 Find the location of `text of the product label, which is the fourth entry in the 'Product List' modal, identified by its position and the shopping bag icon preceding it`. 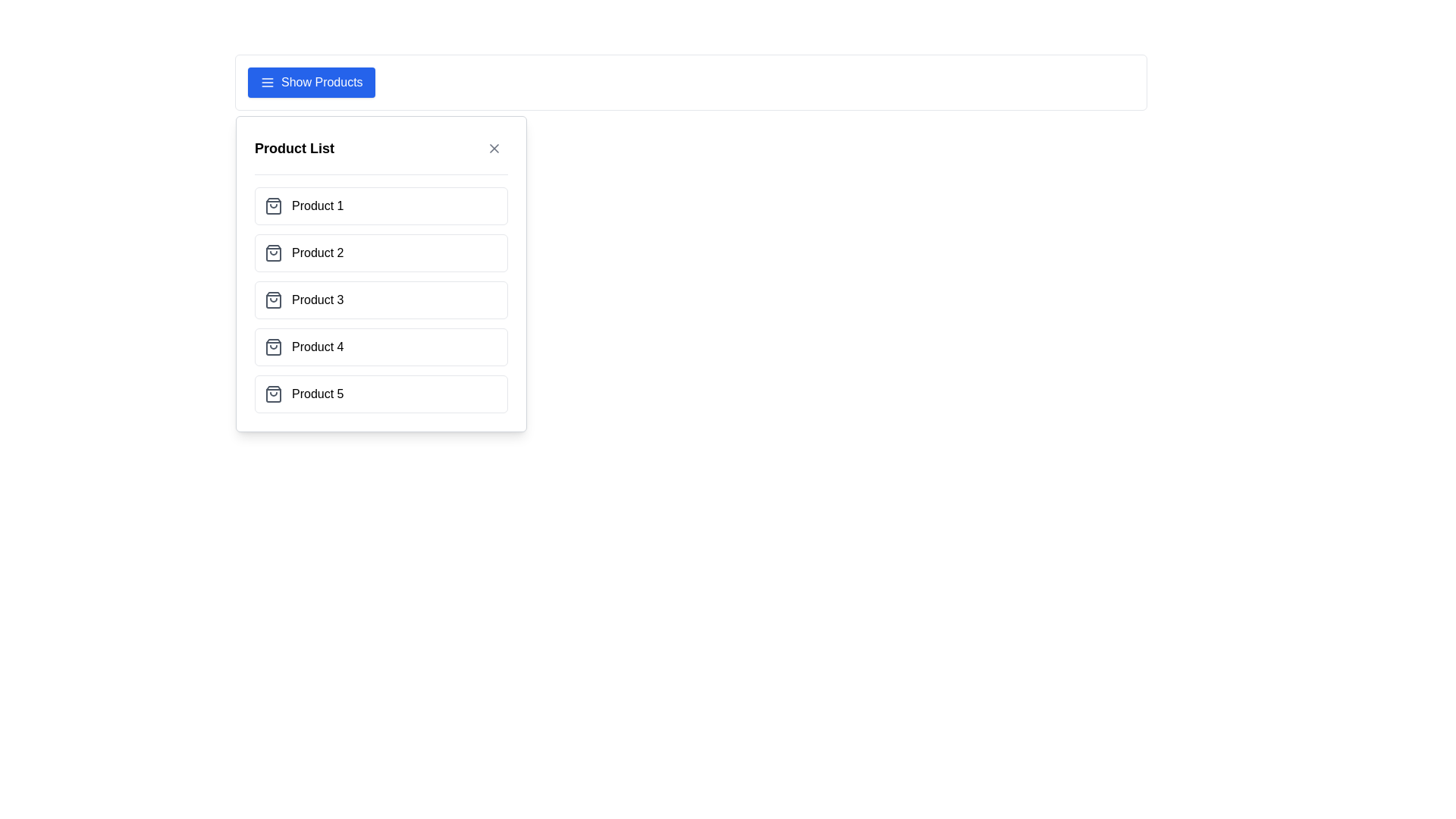

text of the product label, which is the fourth entry in the 'Product List' modal, identified by its position and the shopping bag icon preceding it is located at coordinates (317, 347).